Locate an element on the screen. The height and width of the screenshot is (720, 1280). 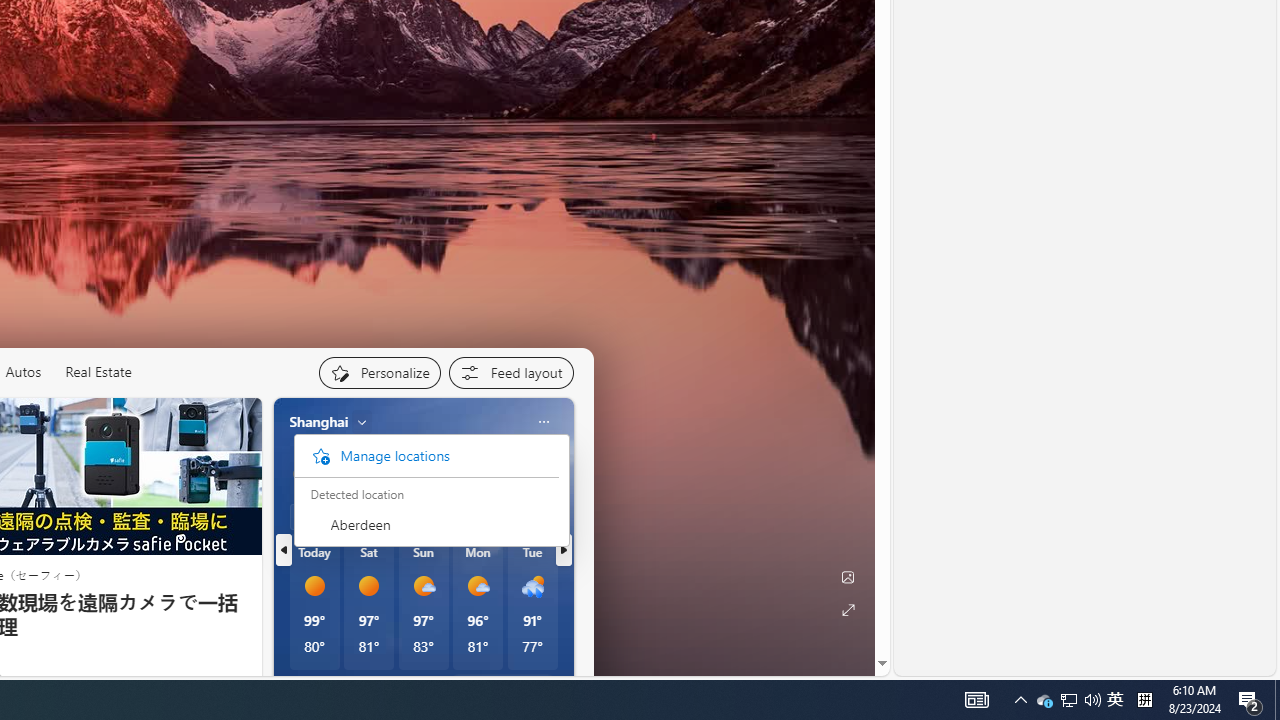
'Class: icon-img' is located at coordinates (543, 420).